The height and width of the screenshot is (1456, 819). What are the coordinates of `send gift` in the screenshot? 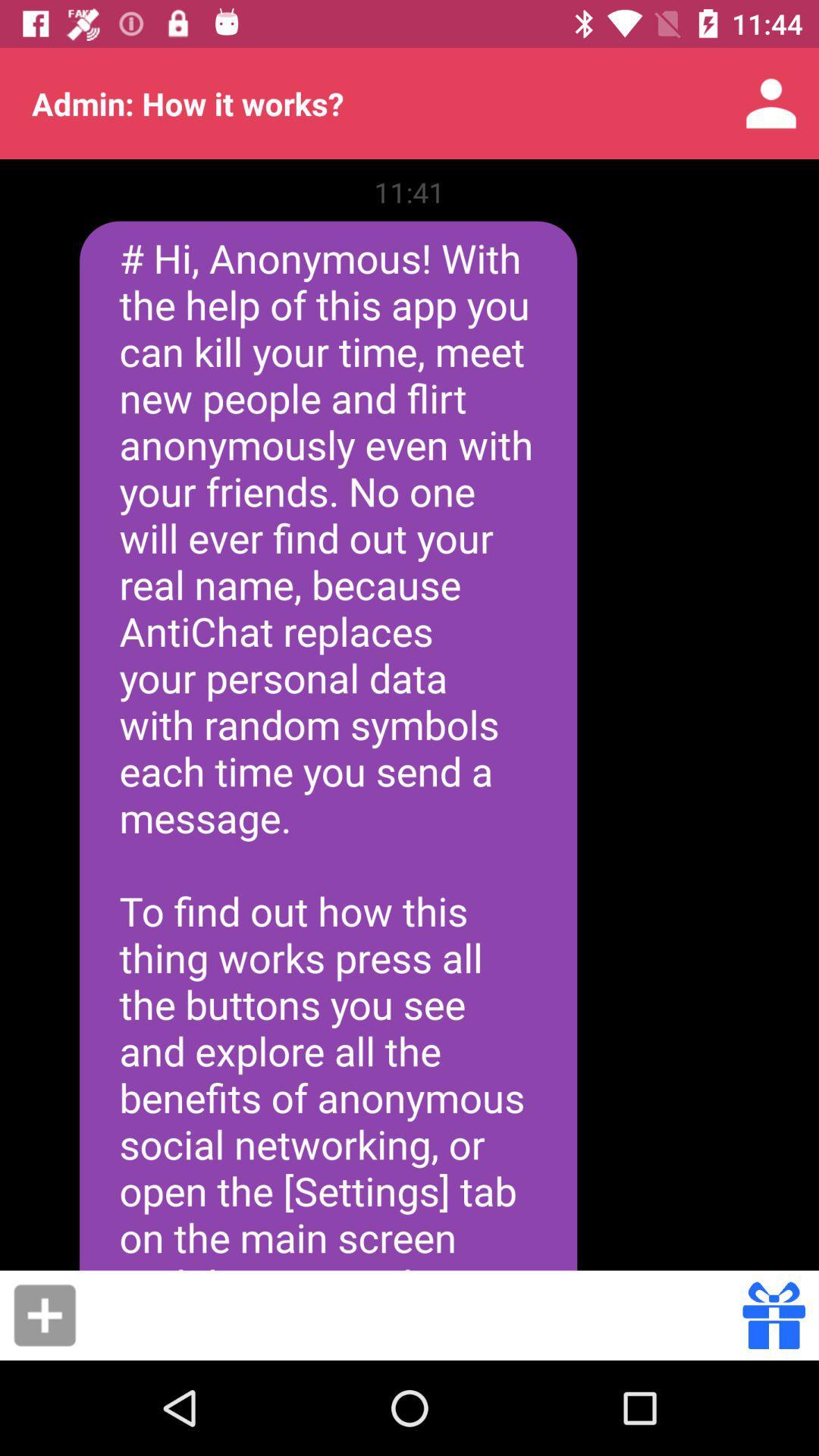 It's located at (773, 1314).